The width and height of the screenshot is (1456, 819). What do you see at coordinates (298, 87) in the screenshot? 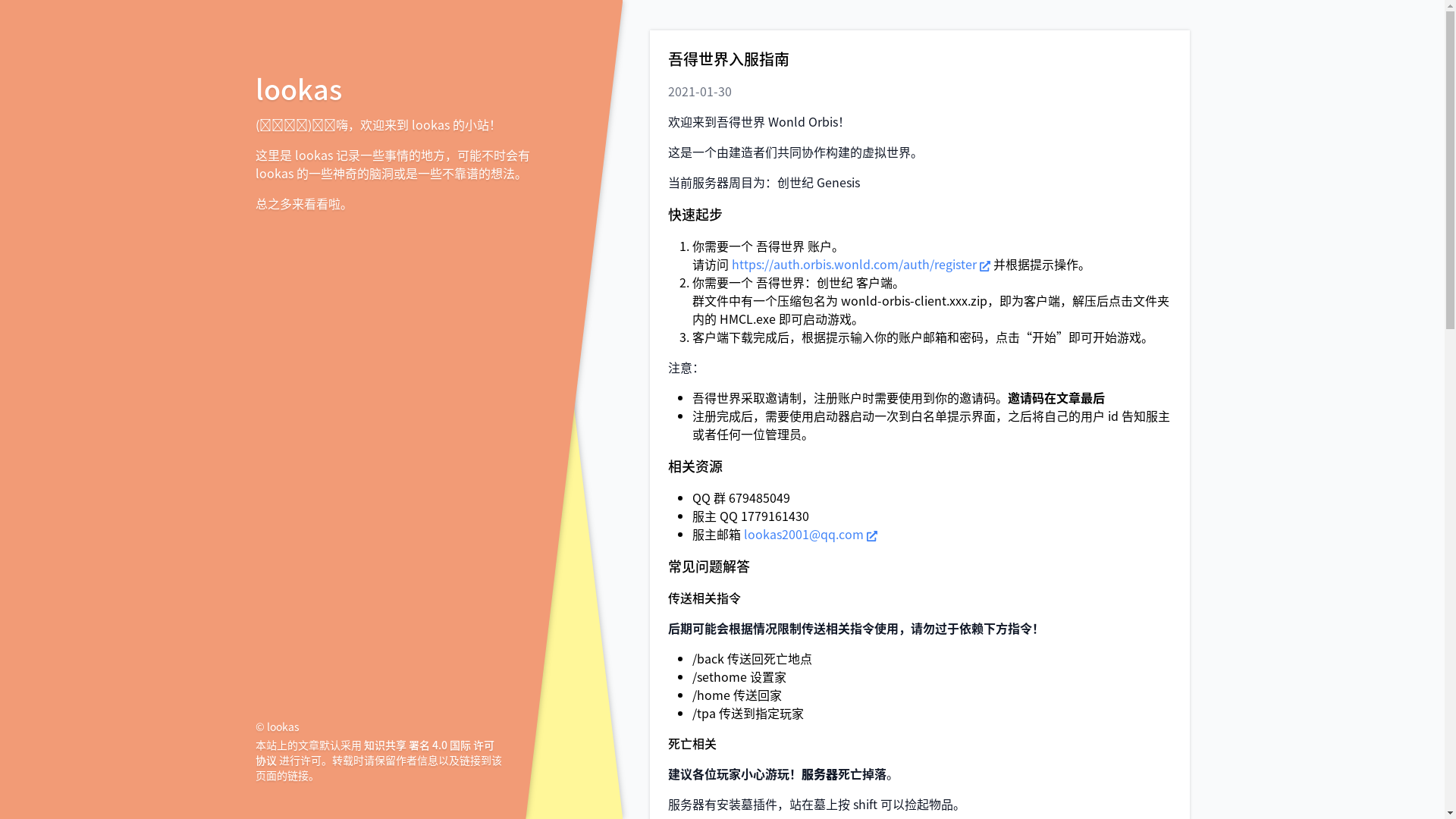
I see `'lookas'` at bounding box center [298, 87].